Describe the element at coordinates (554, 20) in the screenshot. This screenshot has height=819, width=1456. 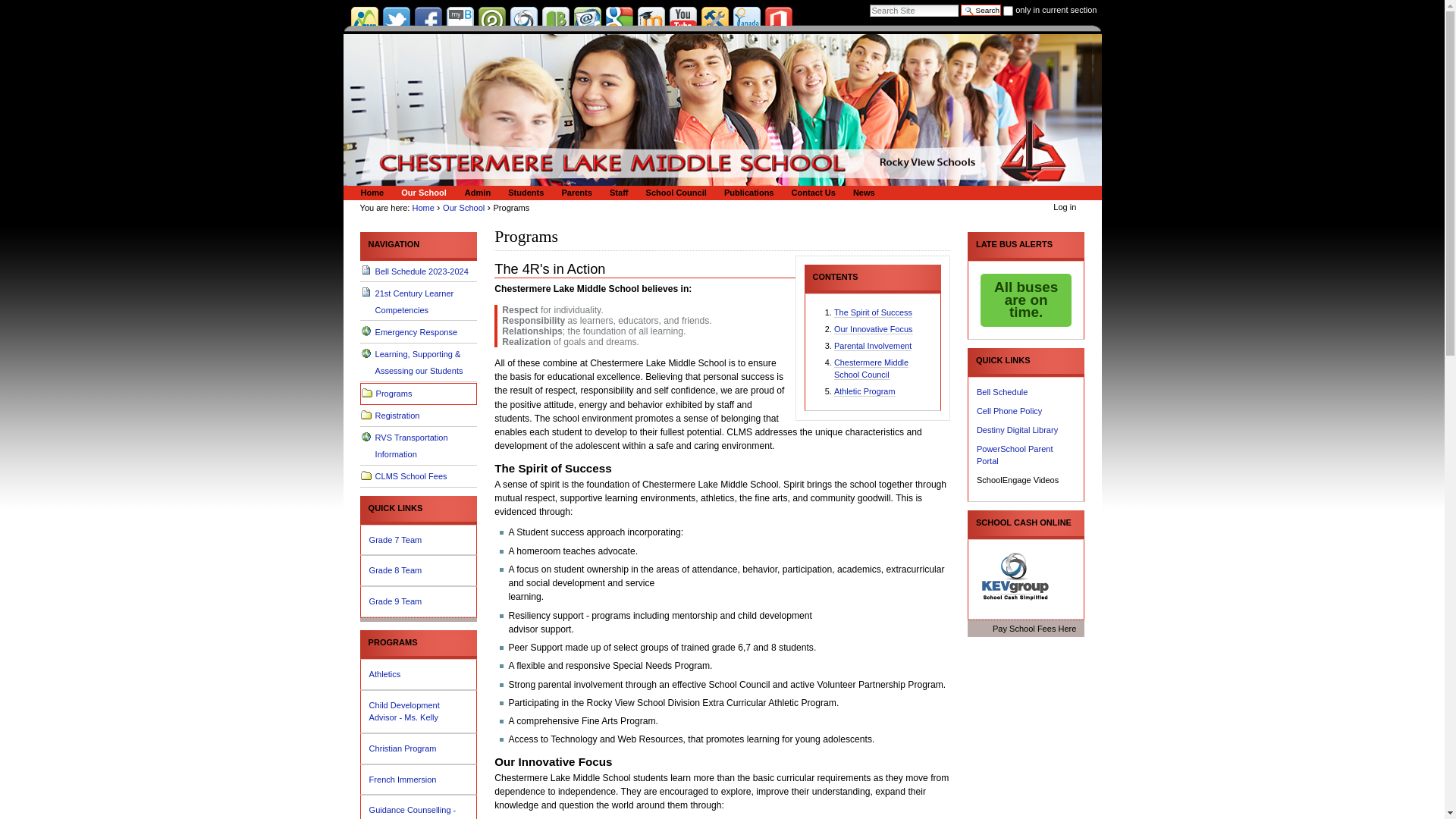
I see `'Bibliovation'` at that location.